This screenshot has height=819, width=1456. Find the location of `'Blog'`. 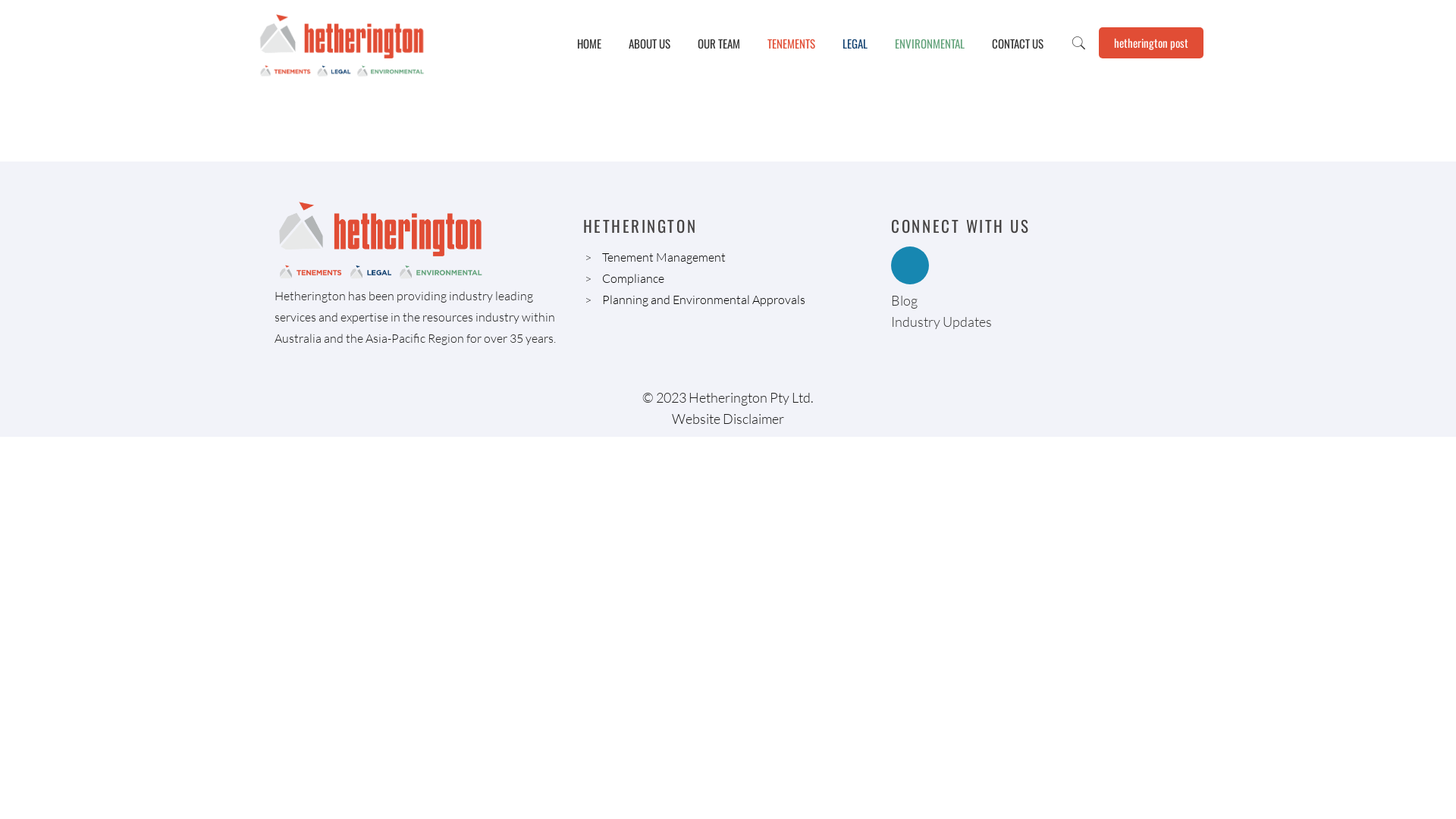

'Blog' is located at coordinates (904, 300).